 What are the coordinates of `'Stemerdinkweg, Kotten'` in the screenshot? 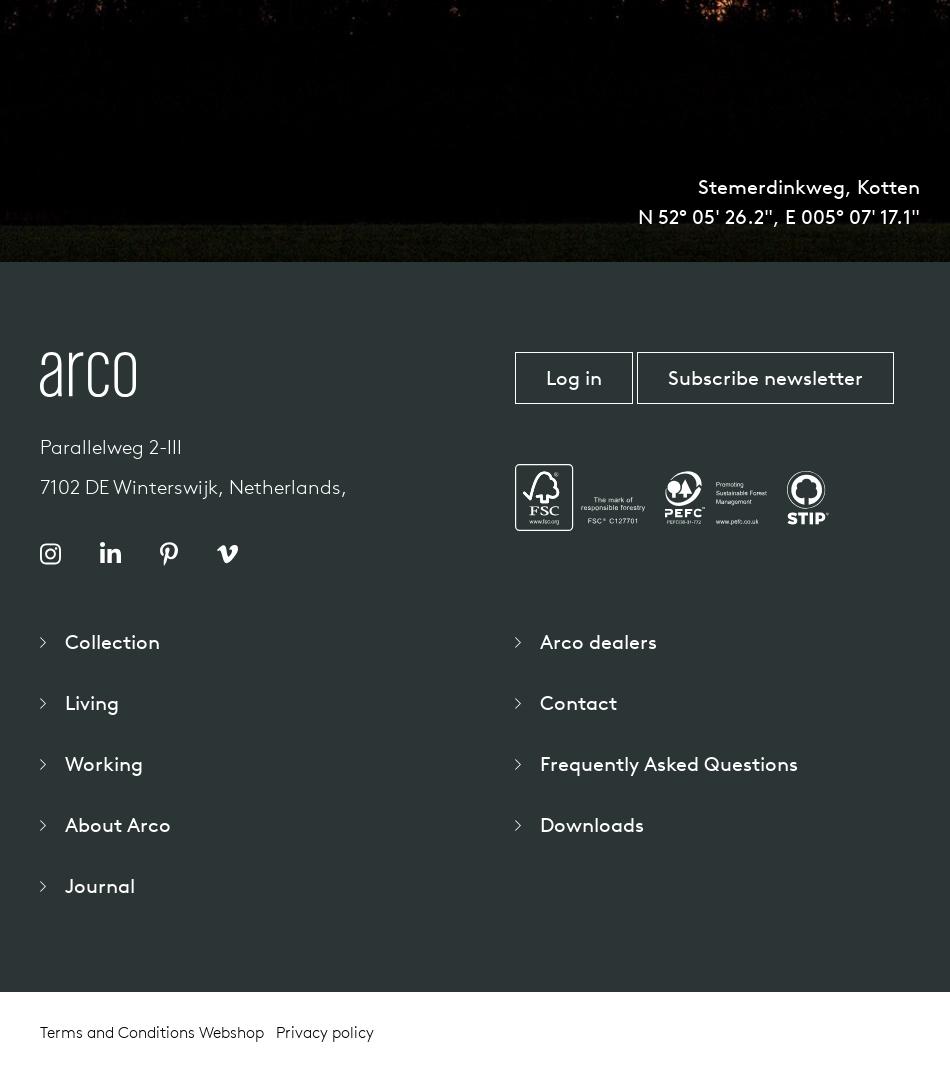 It's located at (697, 186).